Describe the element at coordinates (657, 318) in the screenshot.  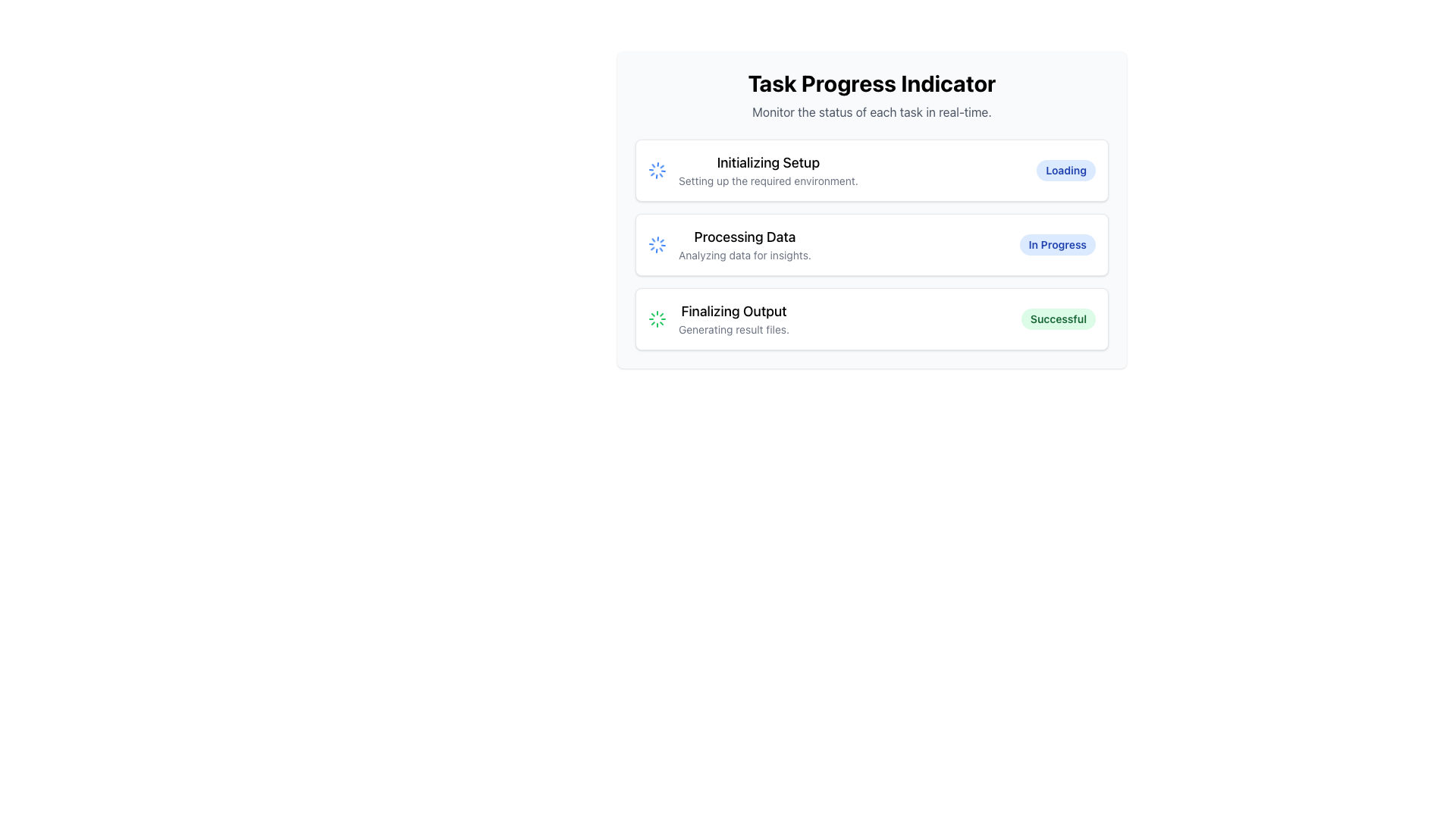
I see `the circular green icon with a dynamic spinner-like design, located at the beginning of the 'Finalizing Output' section to the left of the text` at that location.